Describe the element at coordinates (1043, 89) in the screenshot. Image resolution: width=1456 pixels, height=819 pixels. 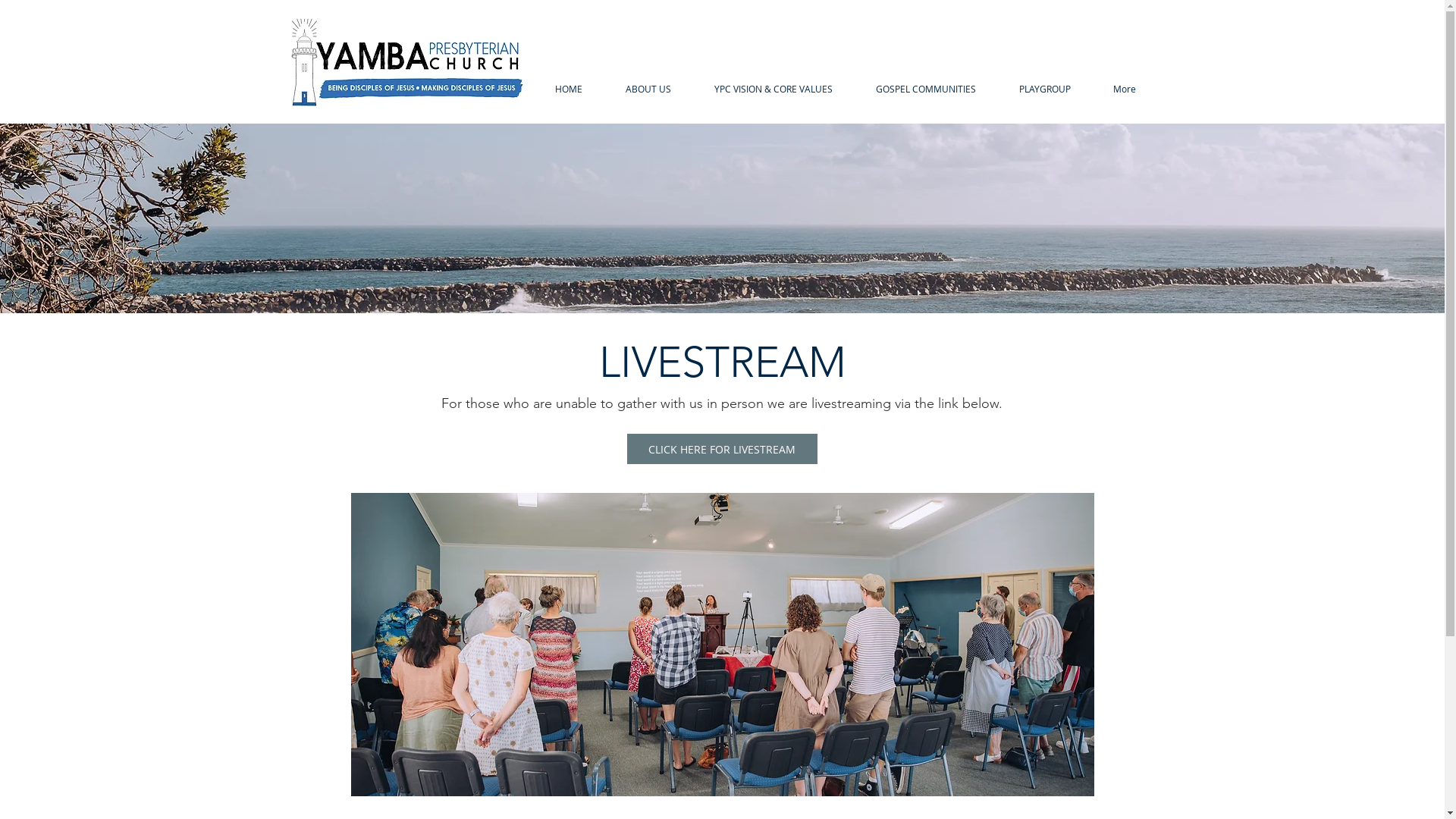
I see `'PLAYGROUP'` at that location.